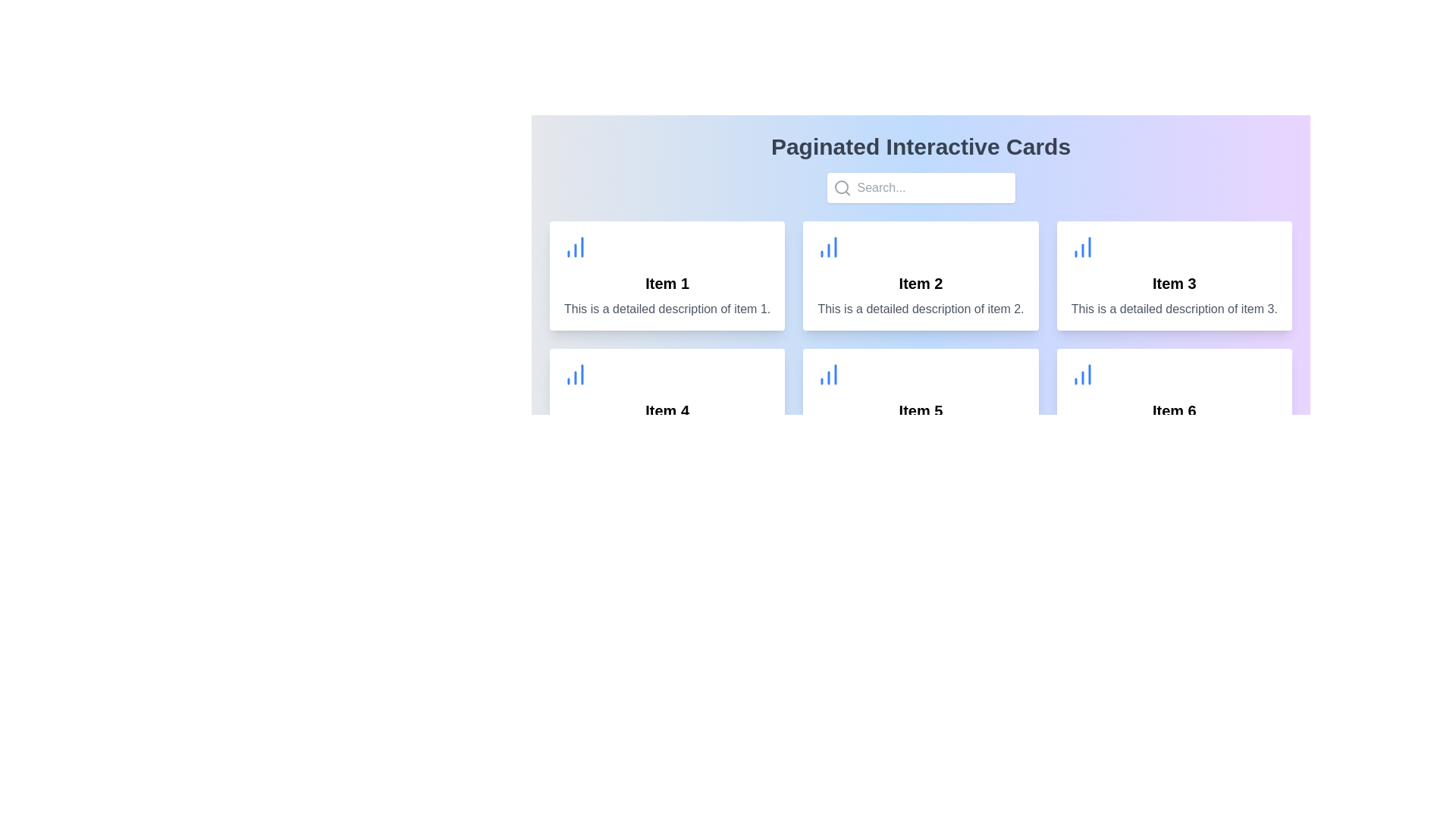 The image size is (1456, 819). I want to click on the decorative SVG circle that is part of the search icon in the upper interface's search bar, so click(840, 186).